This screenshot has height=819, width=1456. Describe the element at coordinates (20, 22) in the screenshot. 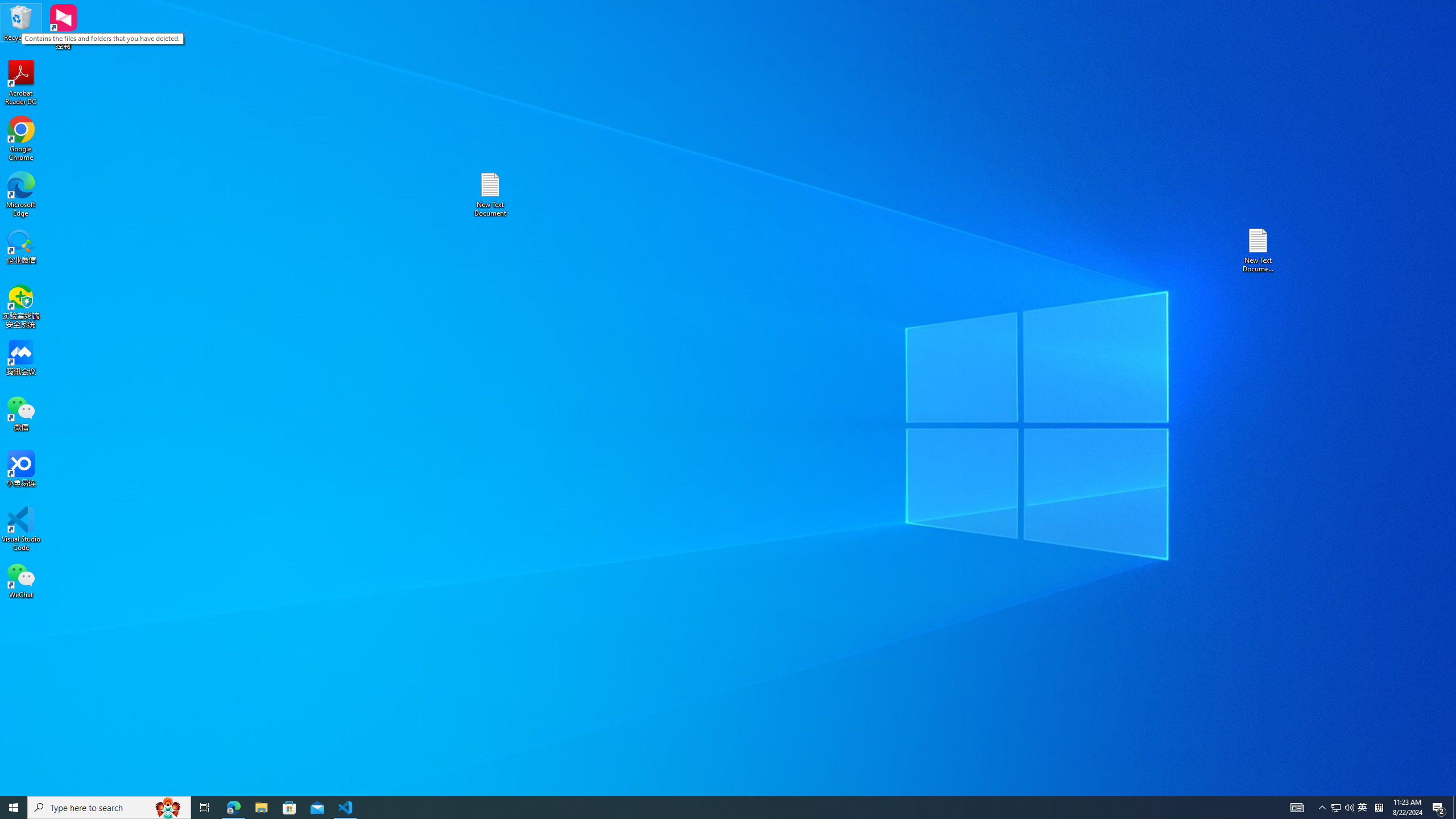

I see `'Recycle Bin'` at that location.